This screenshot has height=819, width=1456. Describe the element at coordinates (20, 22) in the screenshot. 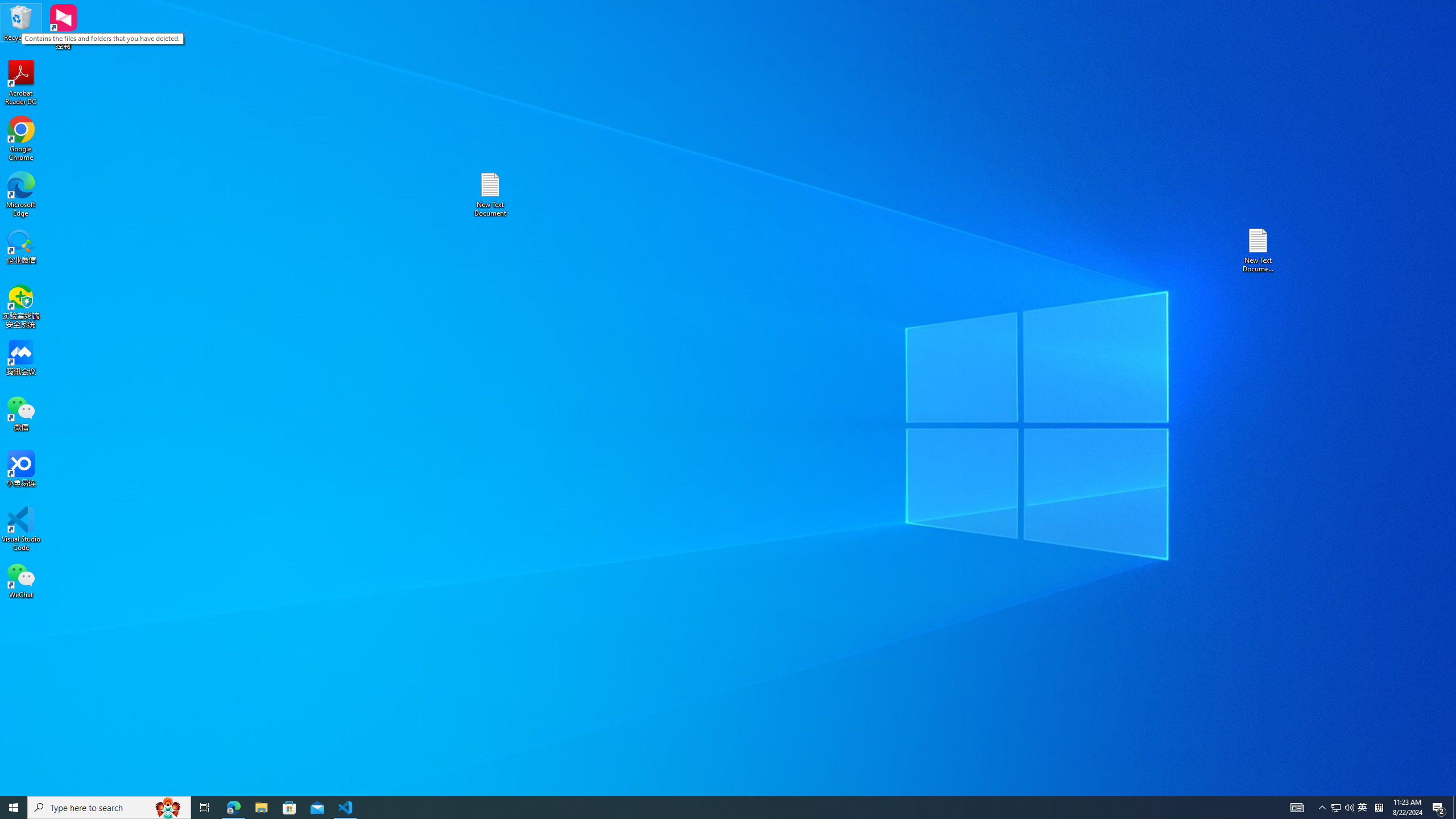

I see `'Recycle Bin'` at that location.